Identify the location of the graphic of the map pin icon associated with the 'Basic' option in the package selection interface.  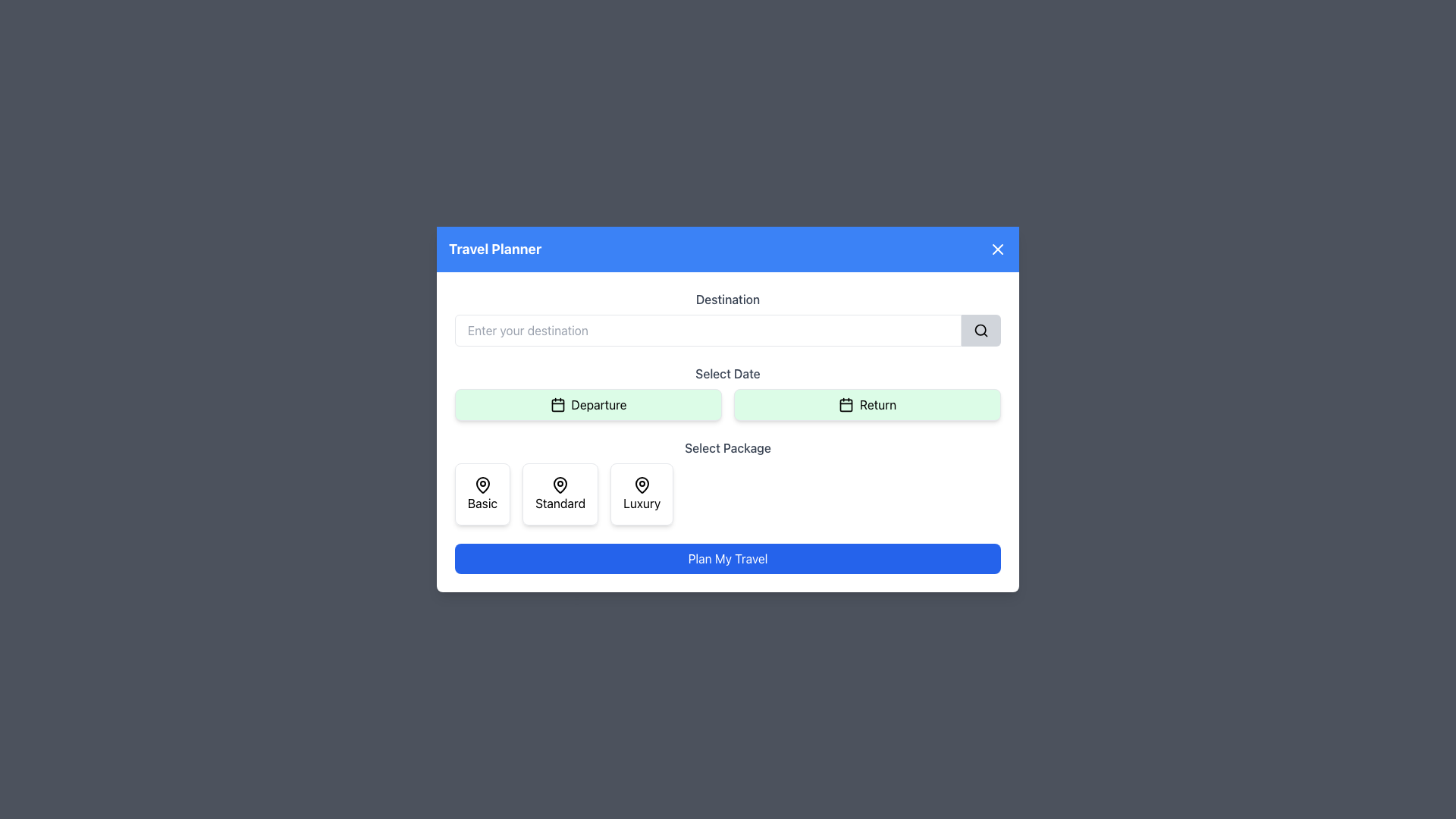
(482, 485).